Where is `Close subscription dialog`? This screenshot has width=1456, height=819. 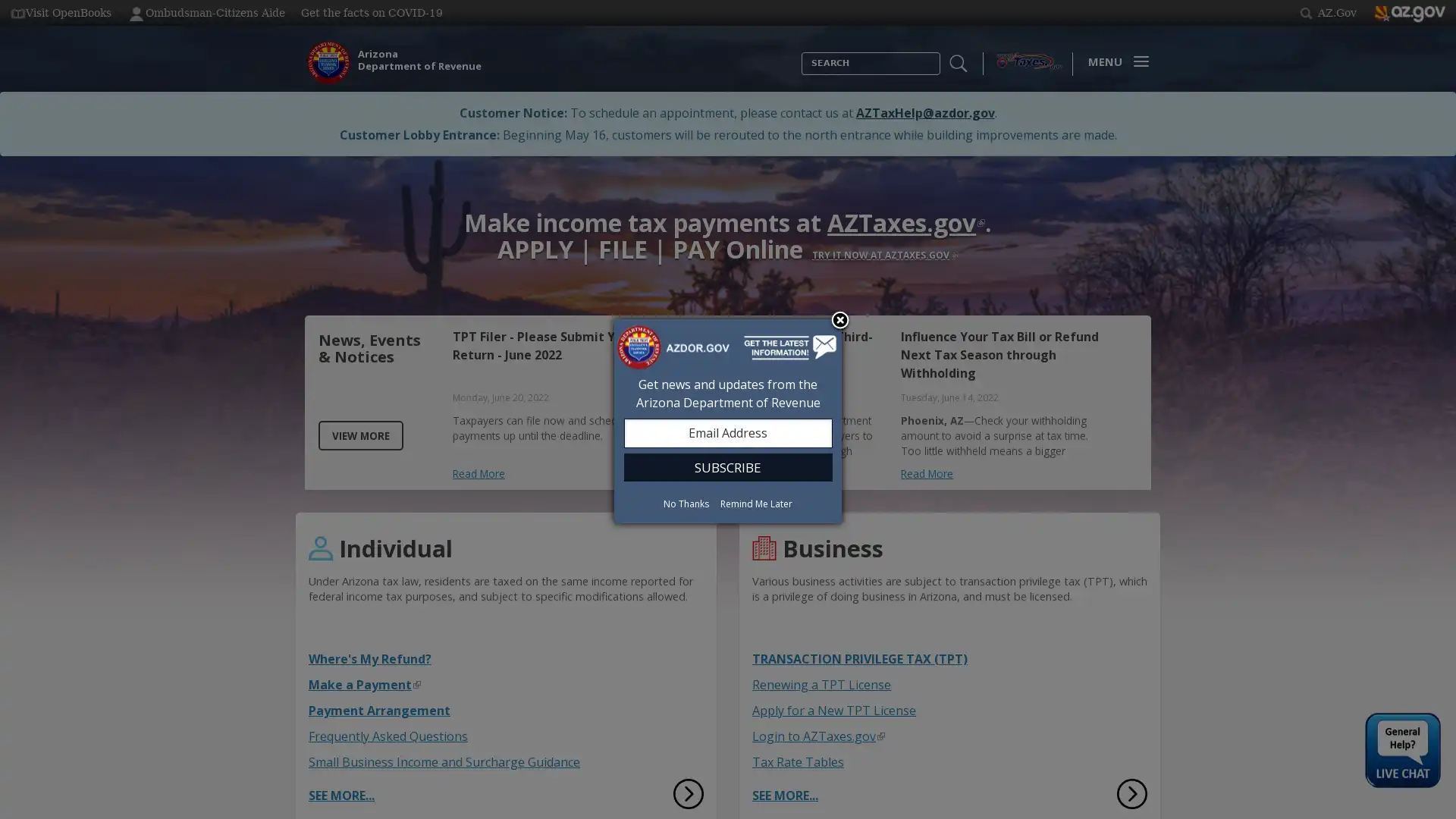
Close subscription dialog is located at coordinates (839, 320).